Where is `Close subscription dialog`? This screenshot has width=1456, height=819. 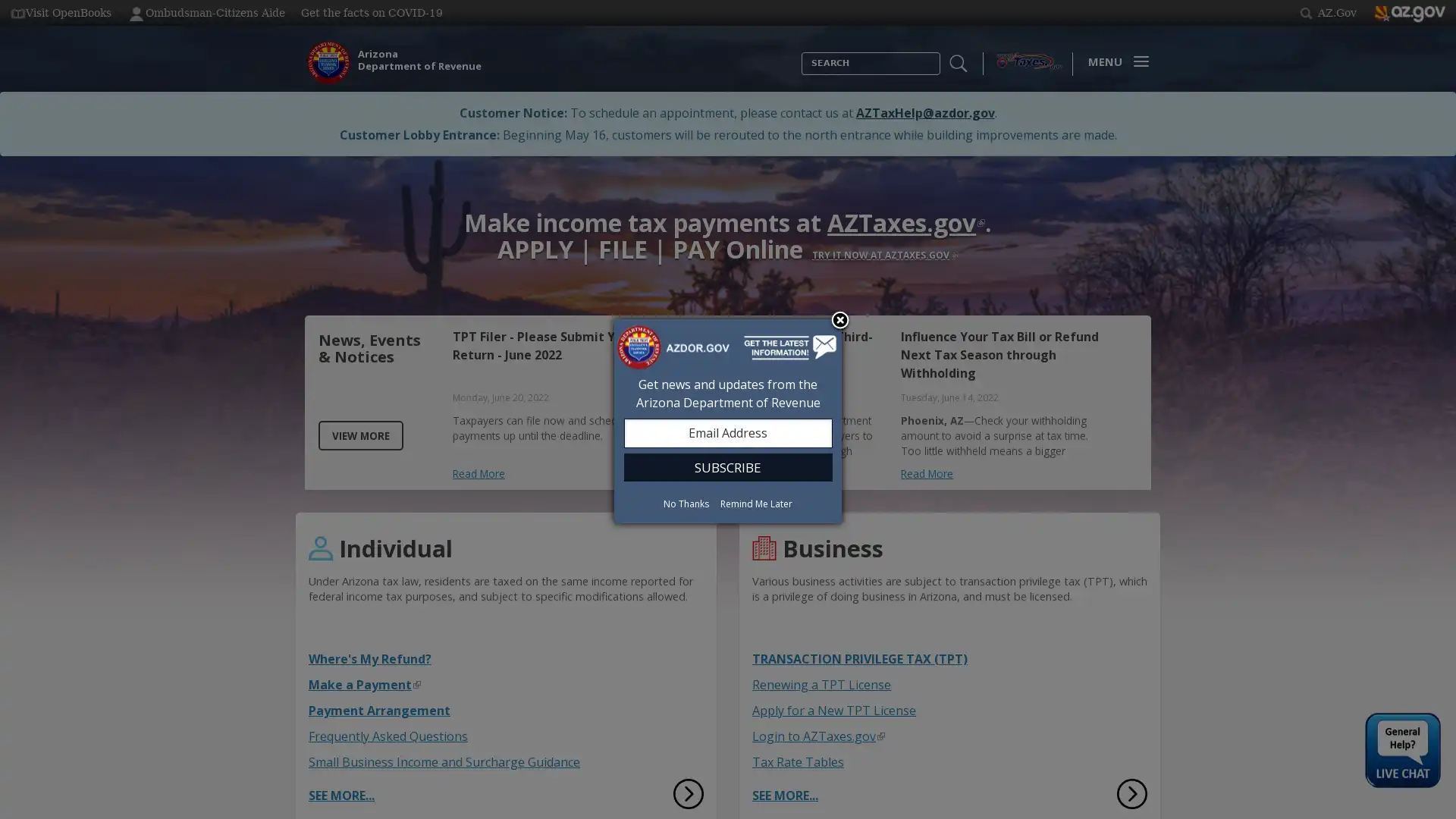
Close subscription dialog is located at coordinates (839, 320).